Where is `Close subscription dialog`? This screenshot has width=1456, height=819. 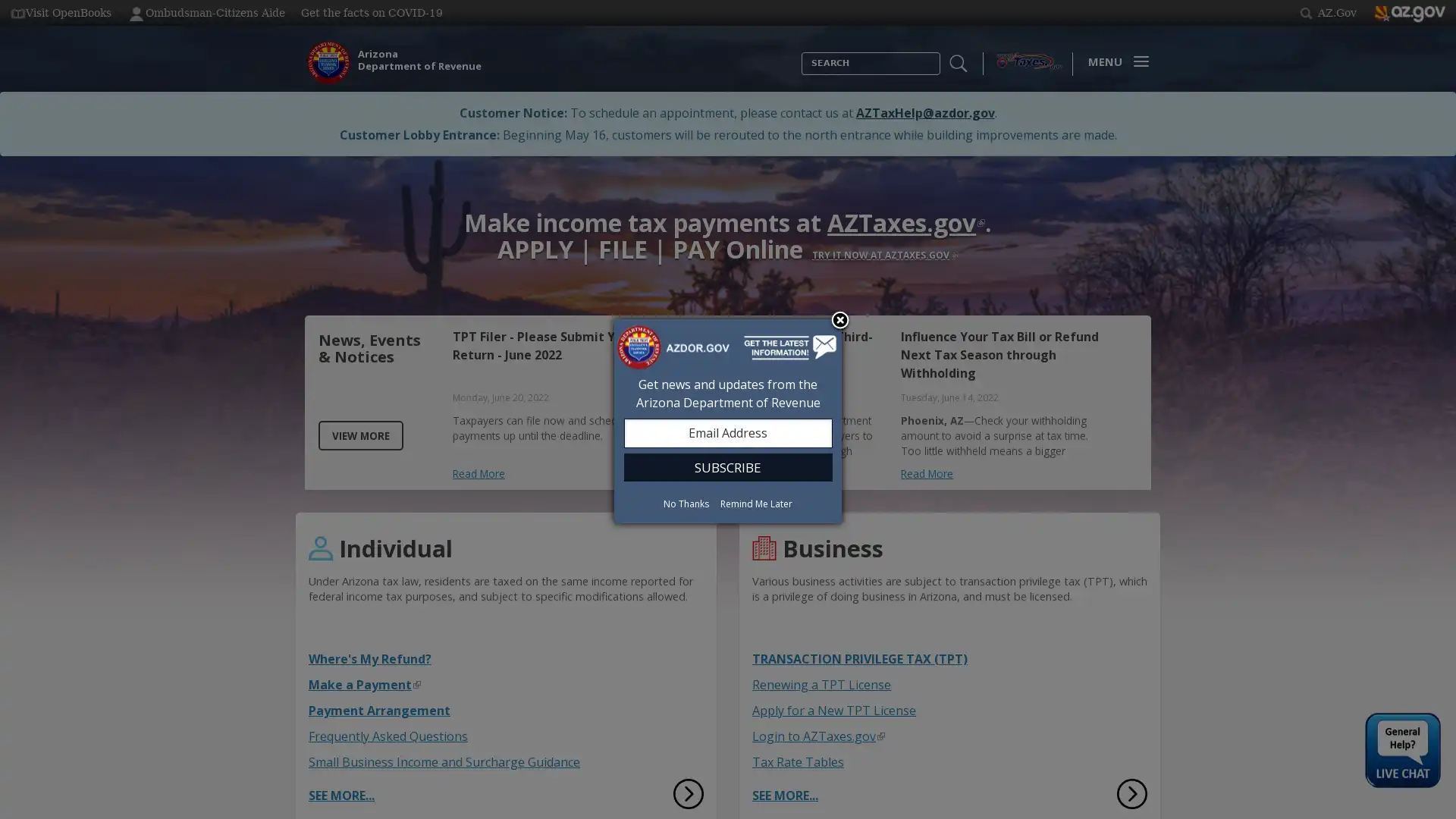
Close subscription dialog is located at coordinates (839, 320).